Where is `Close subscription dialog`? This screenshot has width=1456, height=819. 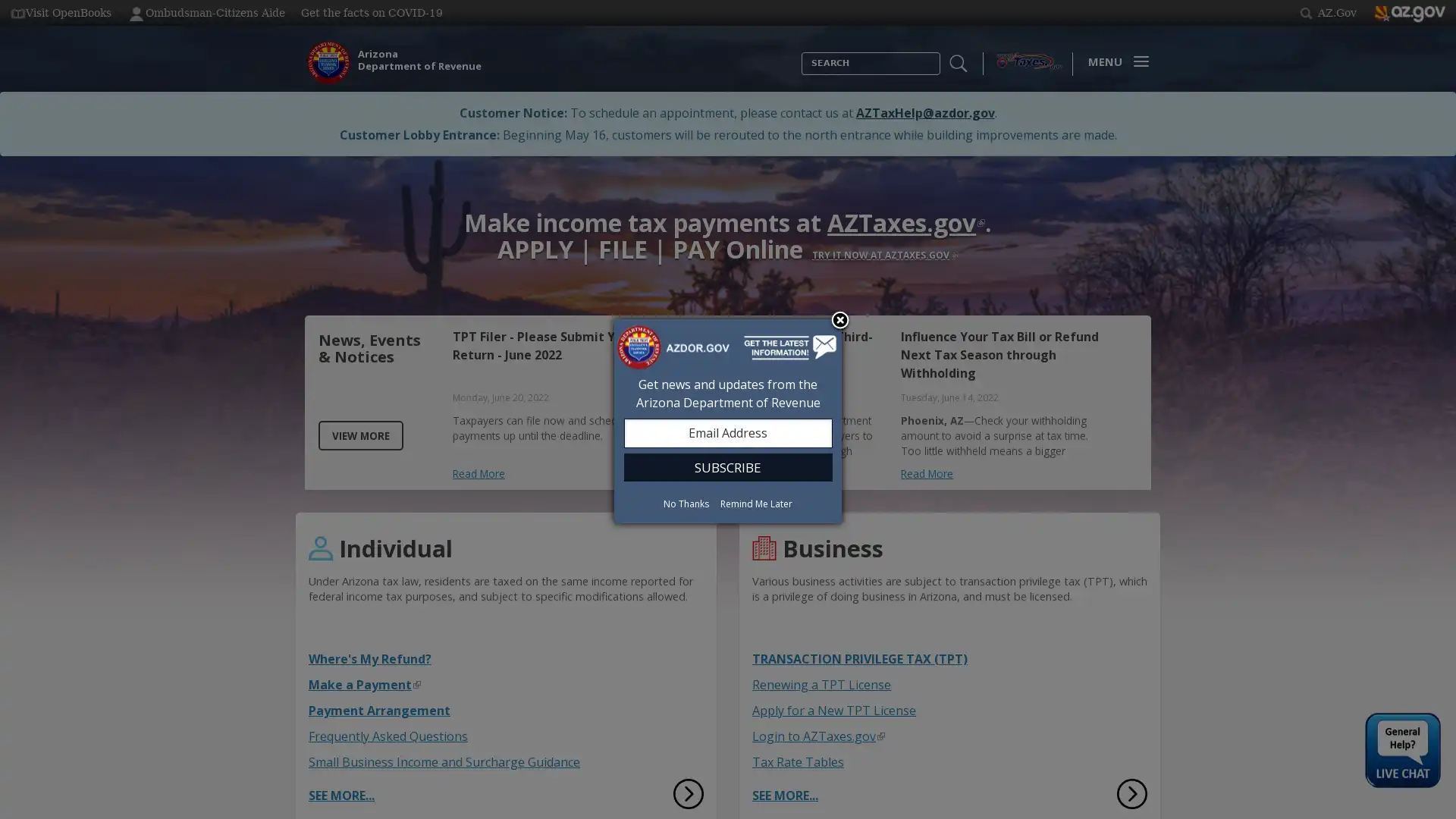
Close subscription dialog is located at coordinates (839, 320).